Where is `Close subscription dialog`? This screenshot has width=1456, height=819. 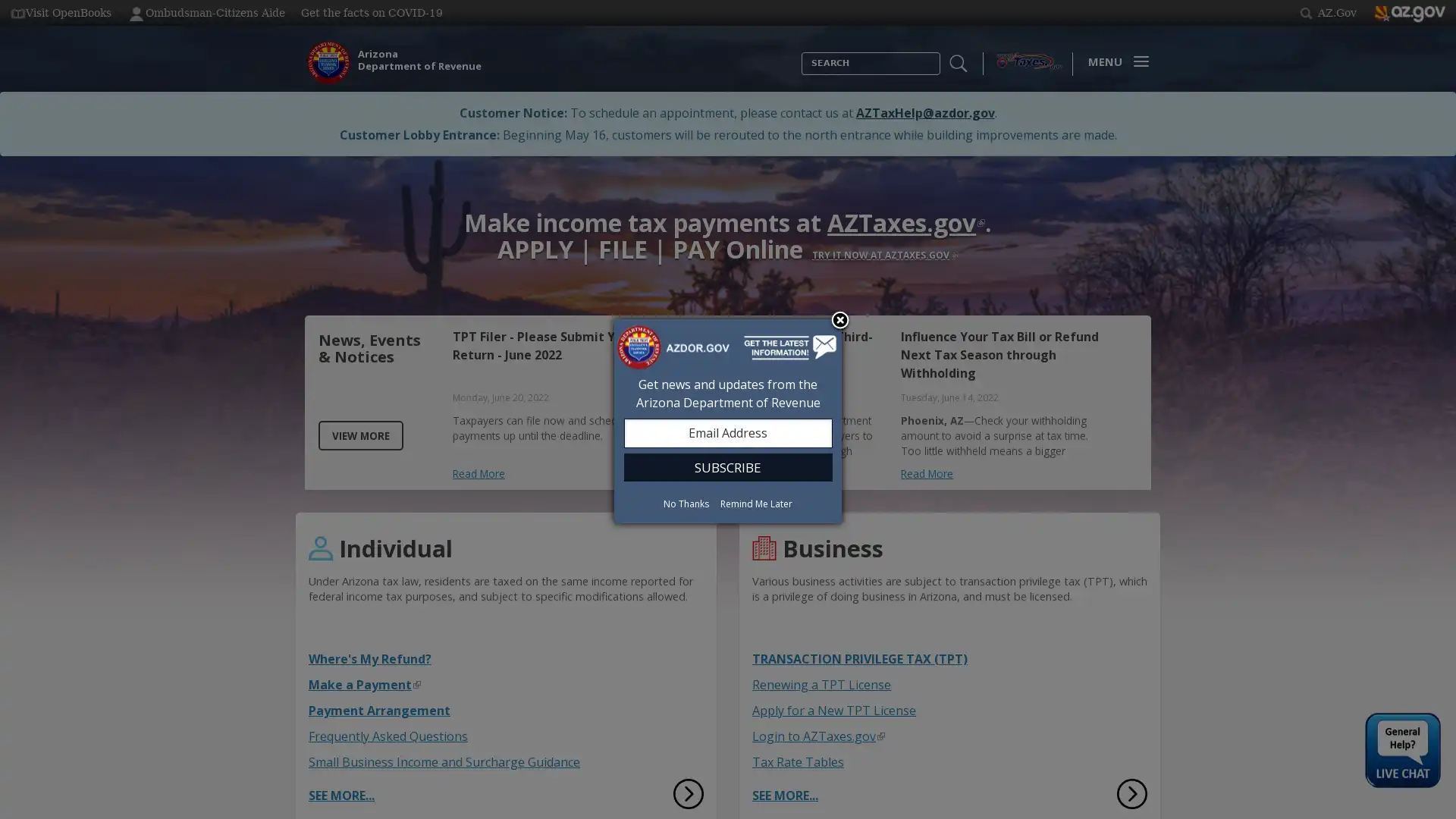
Close subscription dialog is located at coordinates (839, 320).